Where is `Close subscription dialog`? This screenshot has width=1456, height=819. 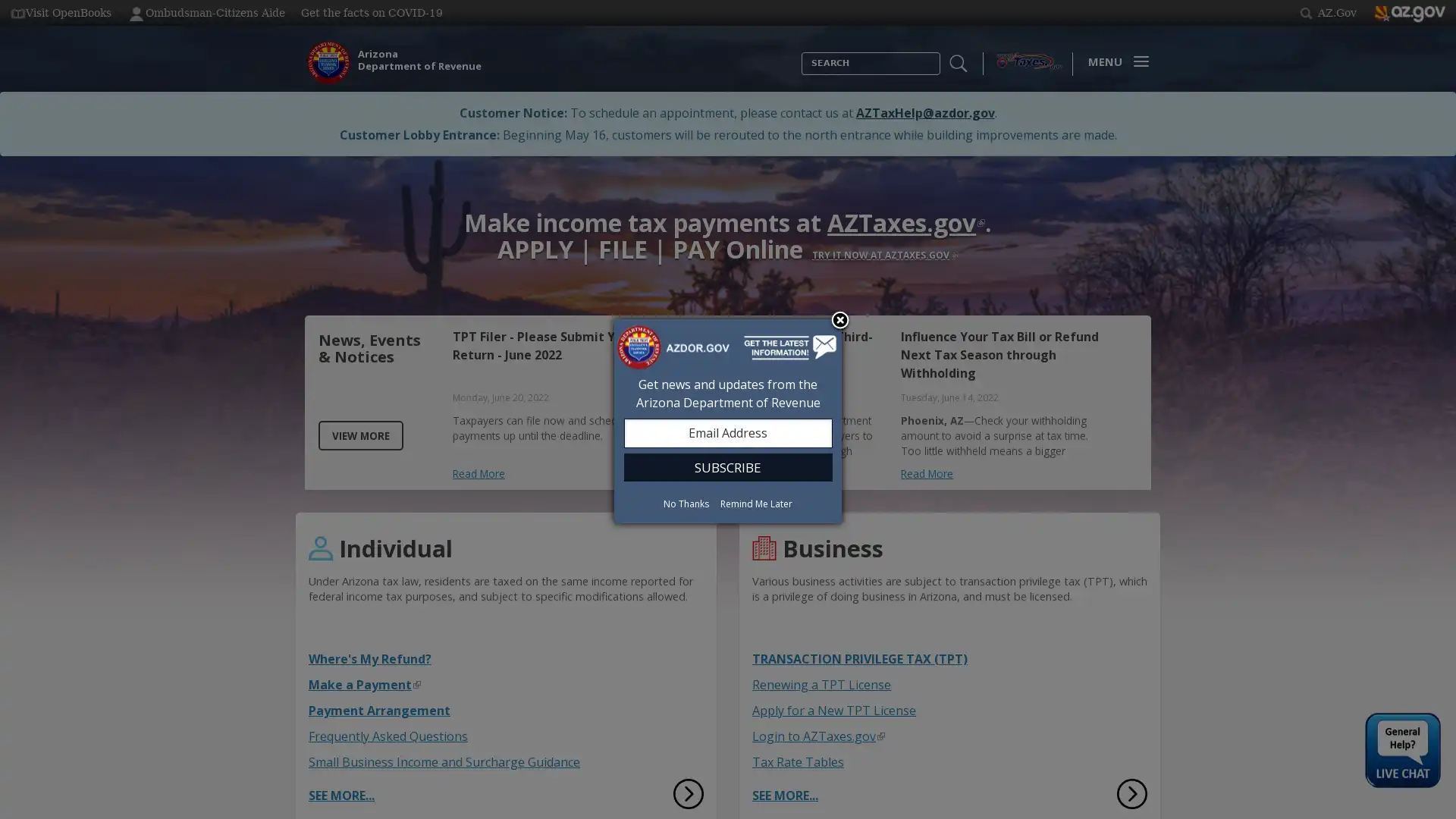
Close subscription dialog is located at coordinates (839, 320).